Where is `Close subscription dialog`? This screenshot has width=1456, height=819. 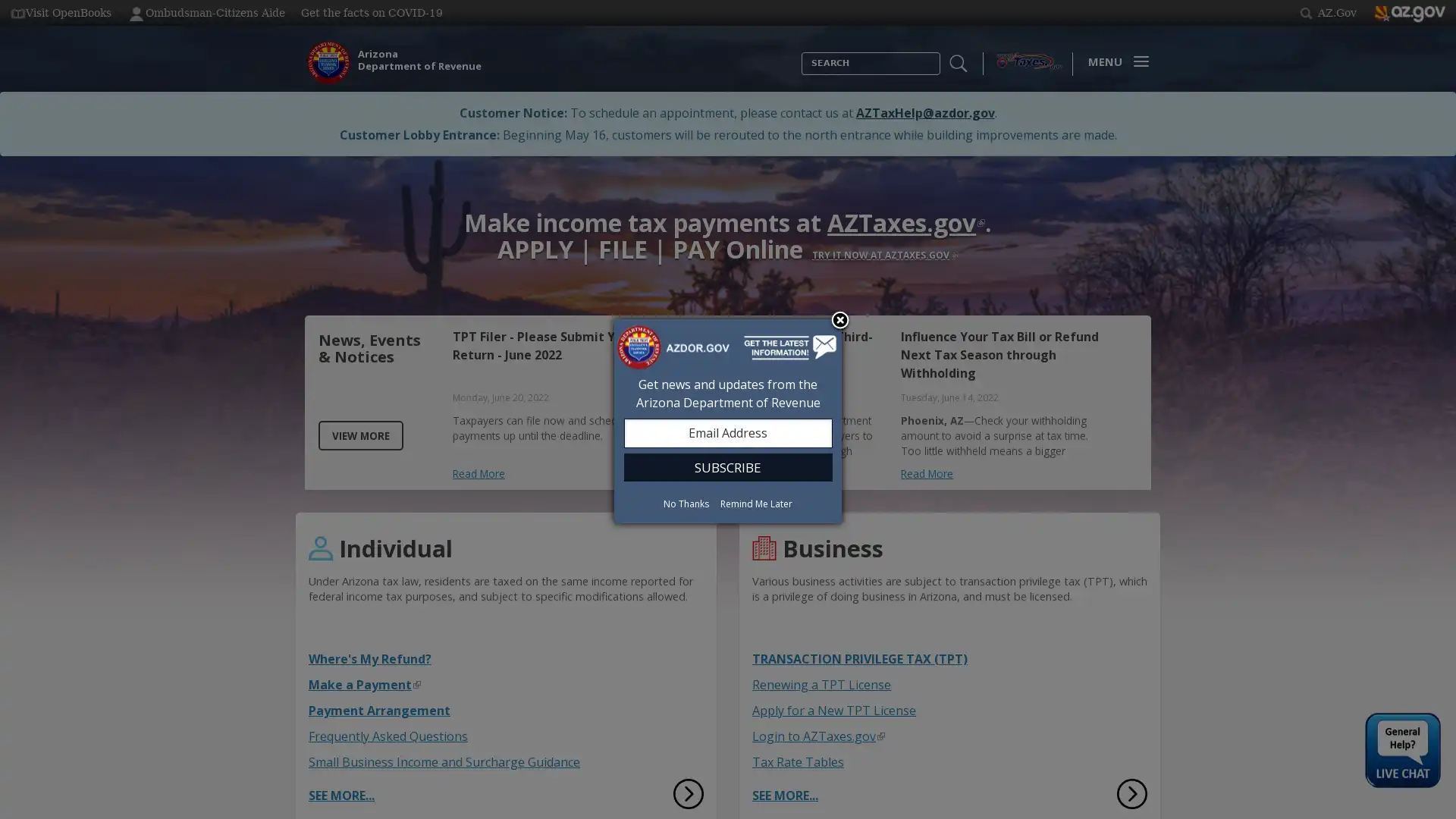
Close subscription dialog is located at coordinates (839, 320).